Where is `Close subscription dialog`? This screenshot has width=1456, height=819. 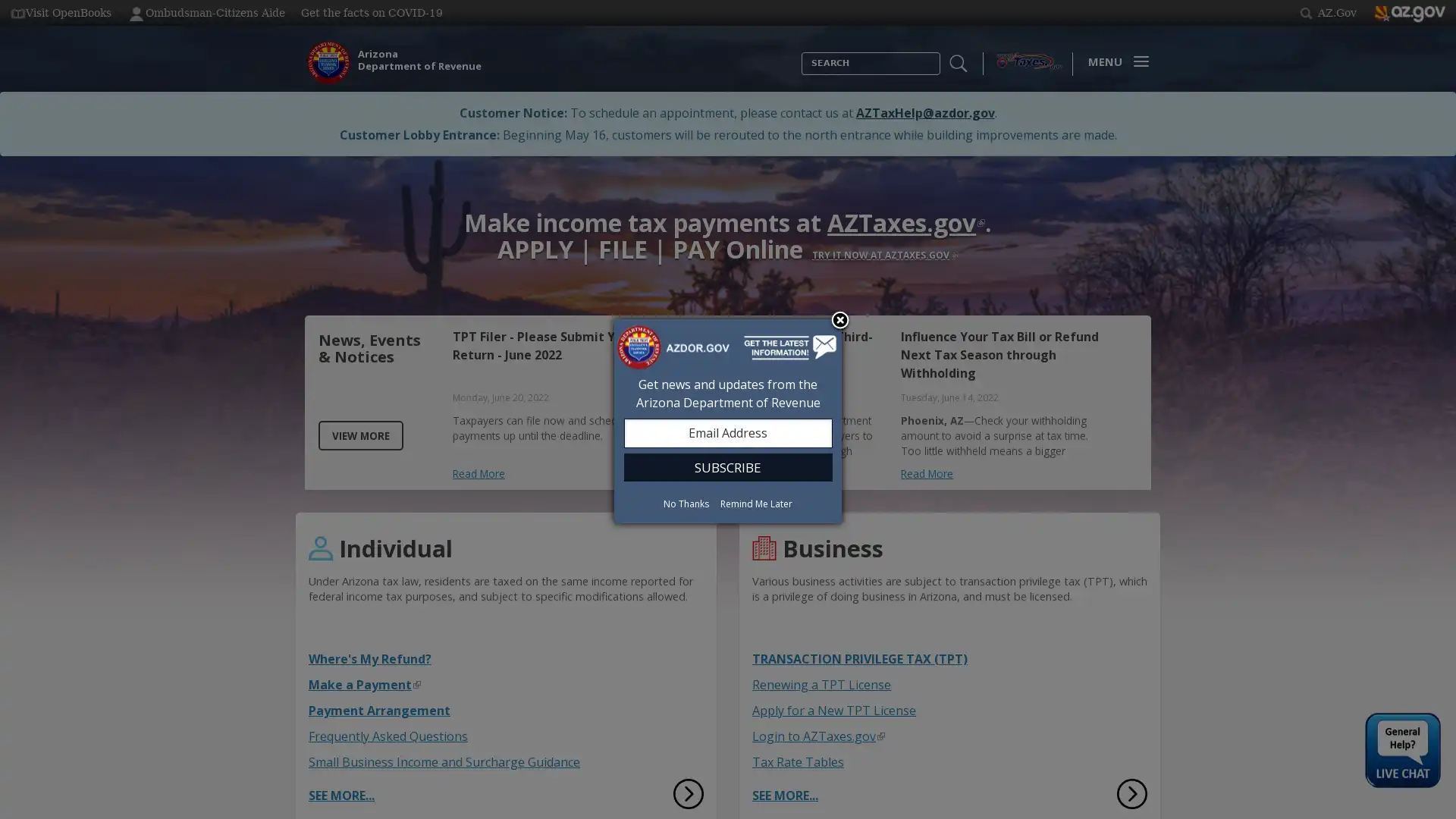
Close subscription dialog is located at coordinates (839, 320).